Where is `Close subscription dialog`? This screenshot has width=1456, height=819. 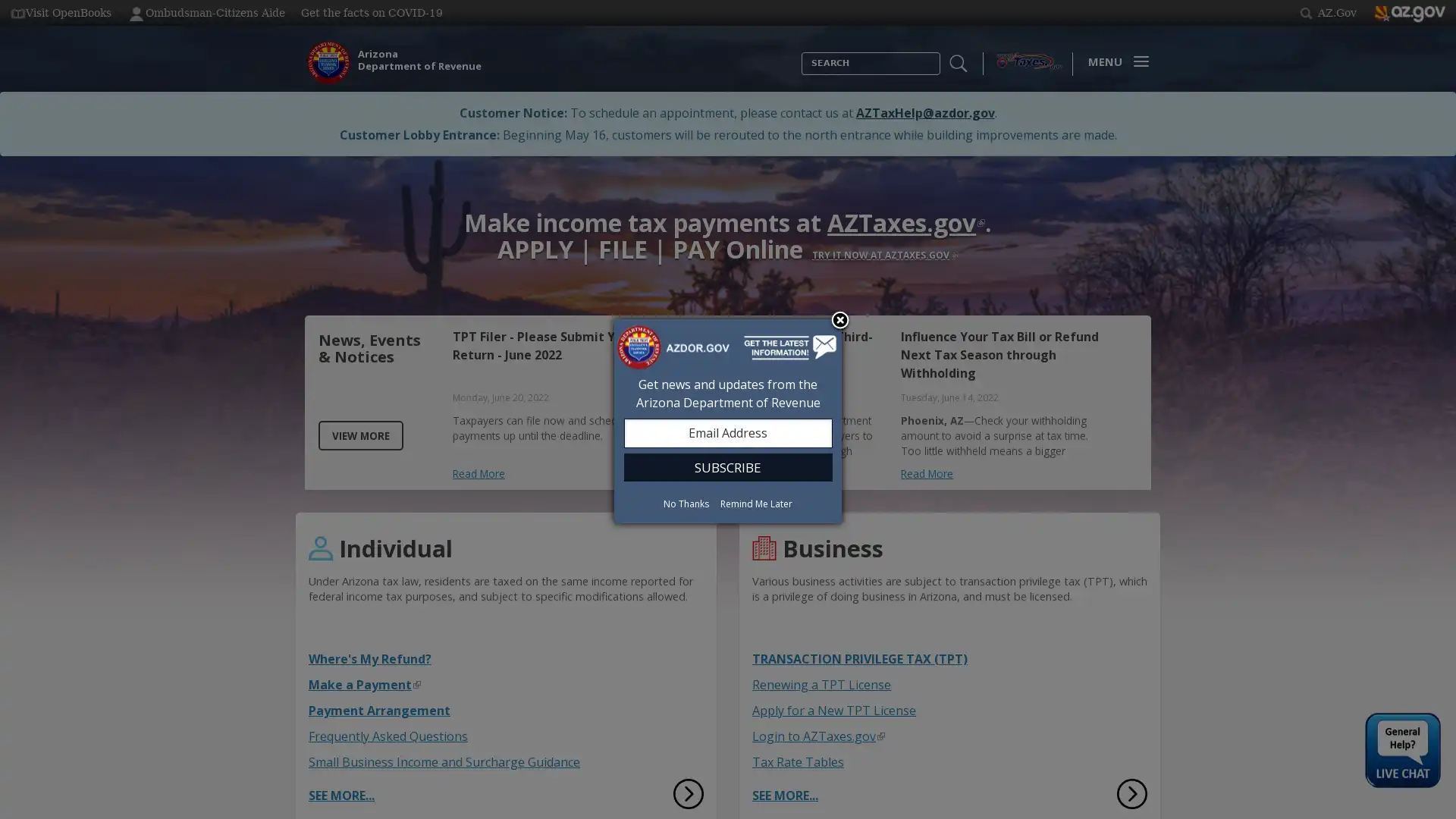
Close subscription dialog is located at coordinates (839, 320).